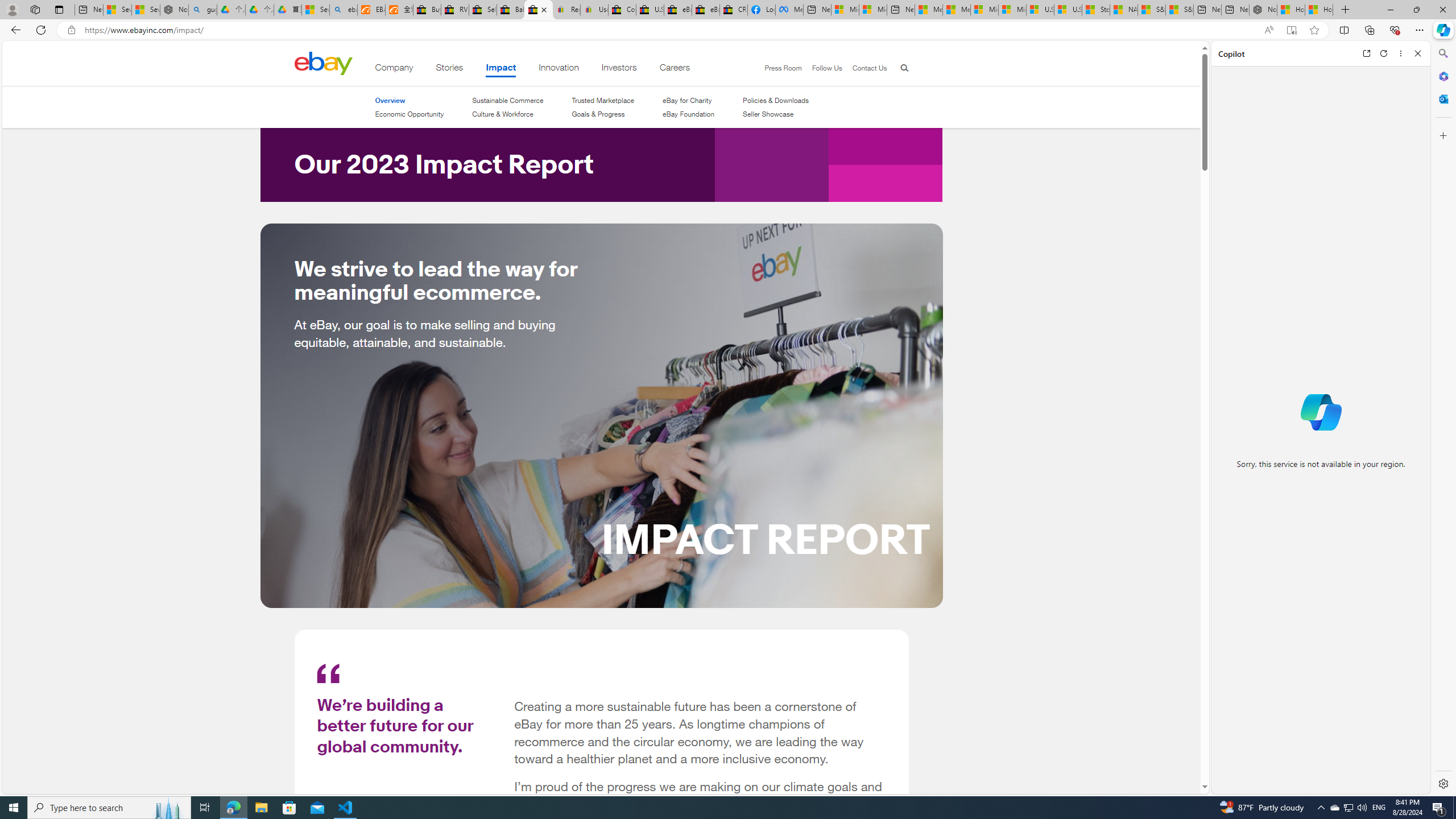  Describe the element at coordinates (482, 9) in the screenshot. I see `'Sell worldwide with eBay'` at that location.